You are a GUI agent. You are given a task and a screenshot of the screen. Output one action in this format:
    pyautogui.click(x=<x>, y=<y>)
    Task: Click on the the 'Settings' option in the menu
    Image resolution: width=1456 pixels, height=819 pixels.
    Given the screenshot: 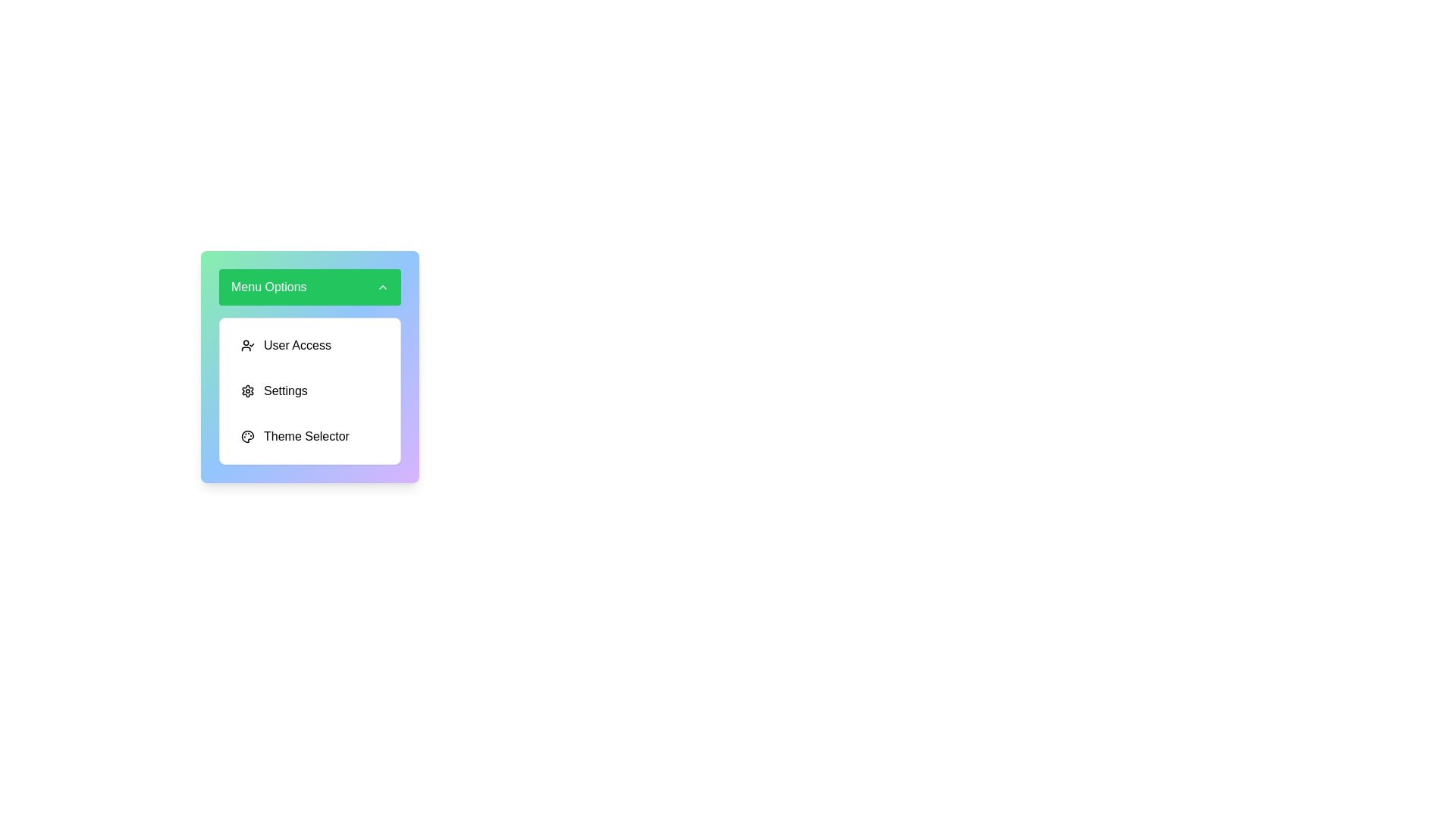 What is the action you would take?
    pyautogui.click(x=309, y=391)
    